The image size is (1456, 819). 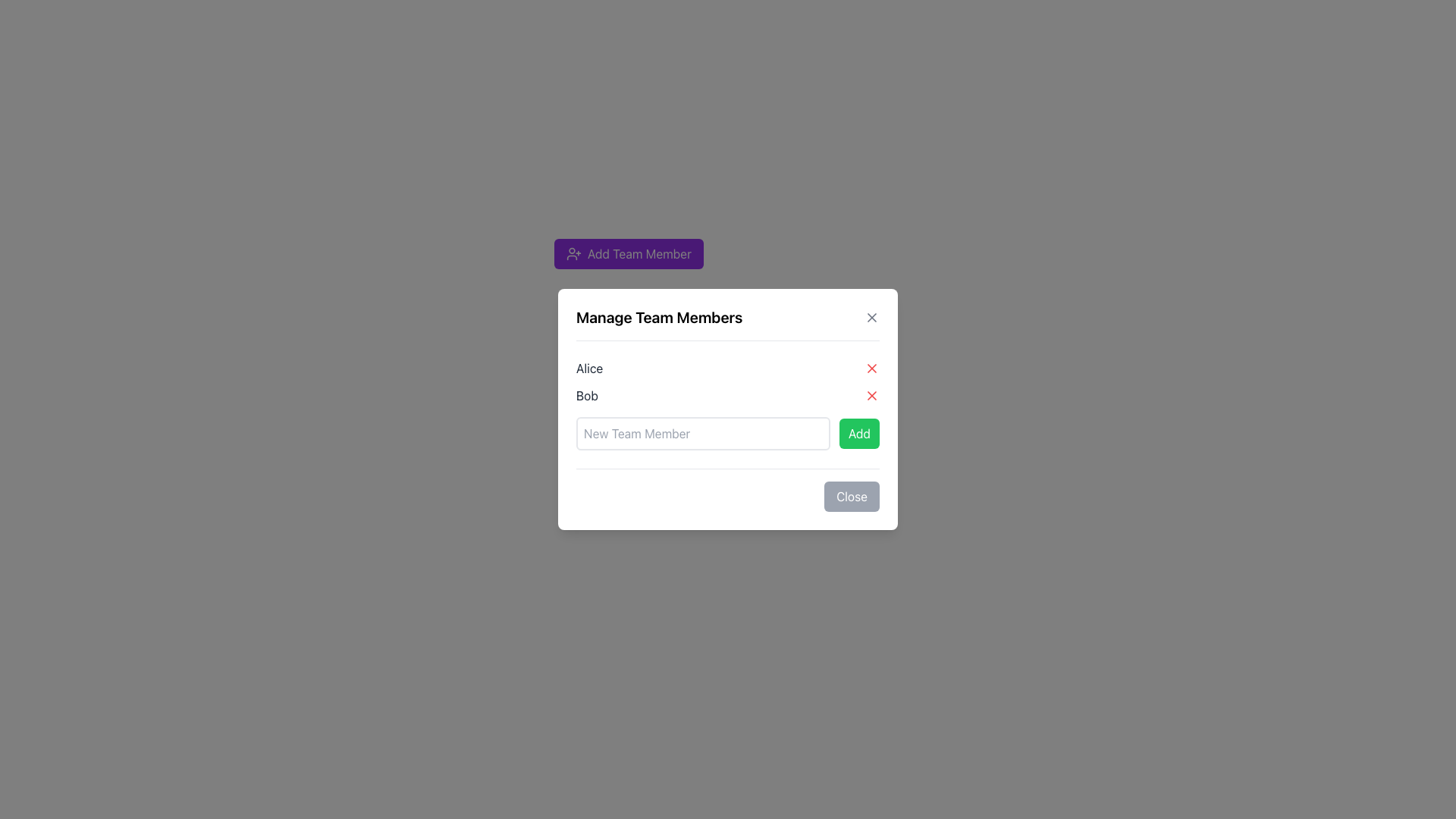 What do you see at coordinates (852, 497) in the screenshot?
I see `the 'Close' button with a gray background and white text in the bottom-right section of the 'Manage Team Members' modal dialog` at bounding box center [852, 497].